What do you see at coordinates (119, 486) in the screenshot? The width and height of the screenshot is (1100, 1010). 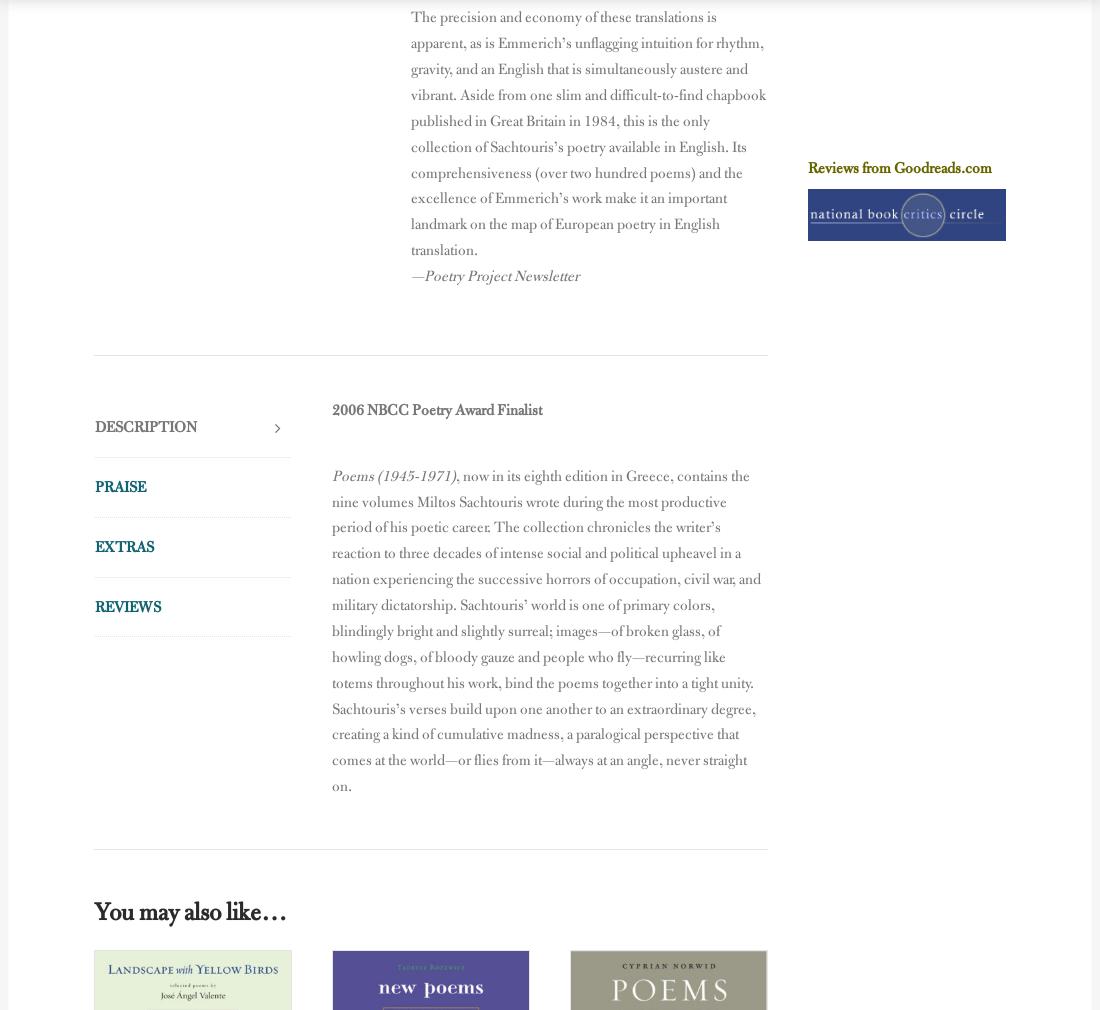 I see `'Praise'` at bounding box center [119, 486].